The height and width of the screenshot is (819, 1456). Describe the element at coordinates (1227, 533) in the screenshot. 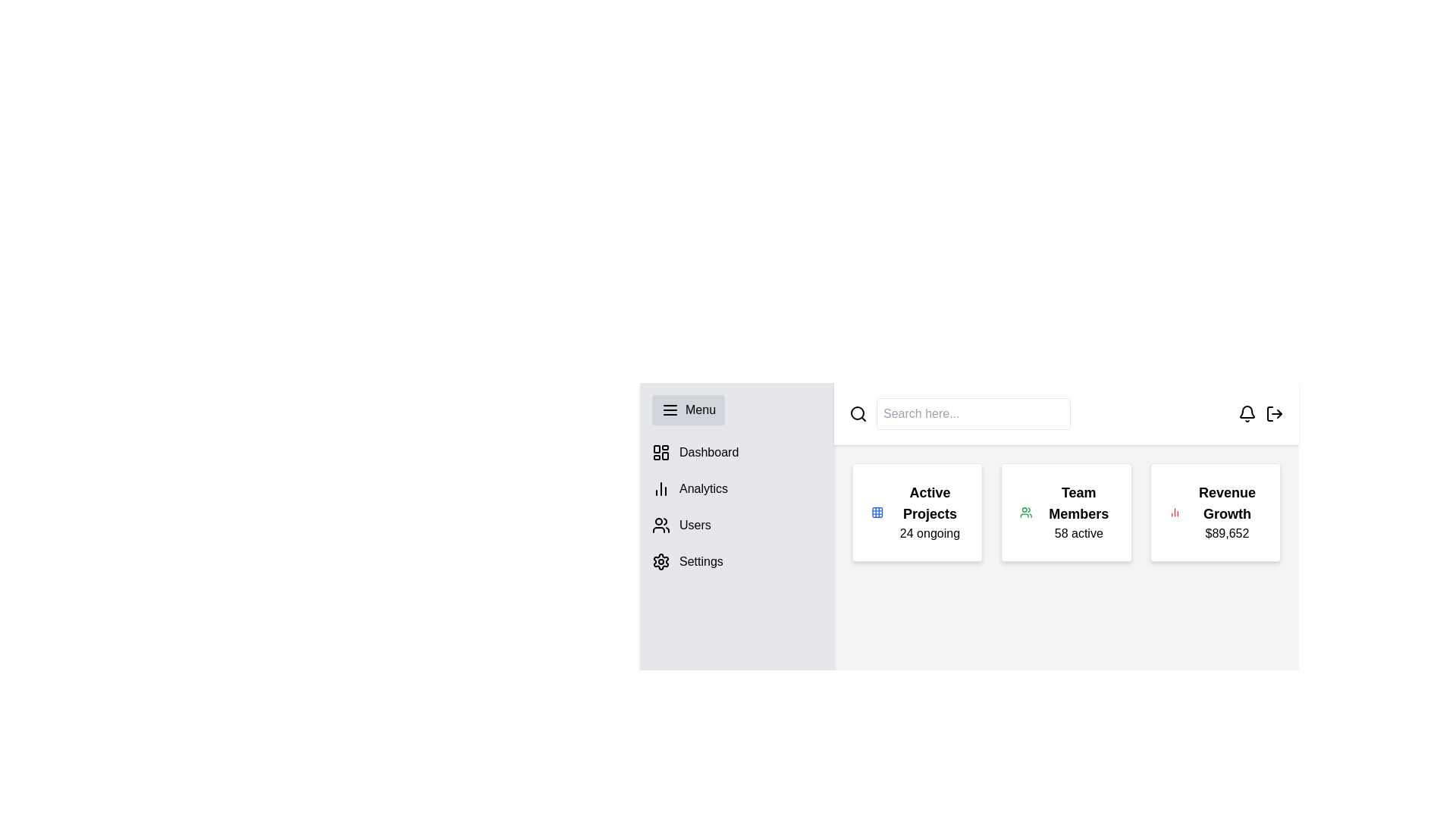

I see `the text label displaying '$89,652' located in the bottom section of the white card labeled 'Revenue Growth' to activate the potential tooltip` at that location.